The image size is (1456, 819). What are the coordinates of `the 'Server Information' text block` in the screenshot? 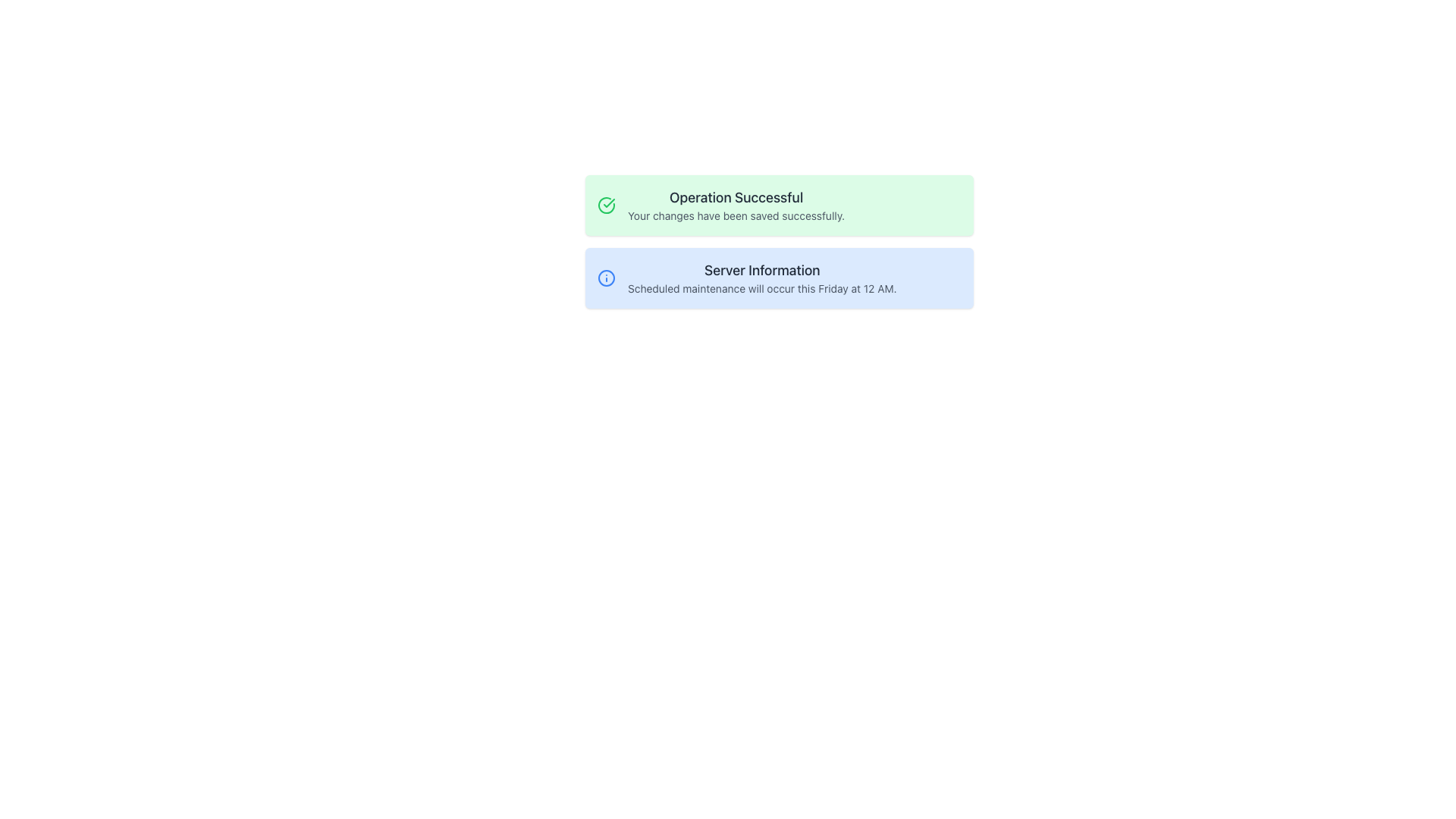 It's located at (762, 278).